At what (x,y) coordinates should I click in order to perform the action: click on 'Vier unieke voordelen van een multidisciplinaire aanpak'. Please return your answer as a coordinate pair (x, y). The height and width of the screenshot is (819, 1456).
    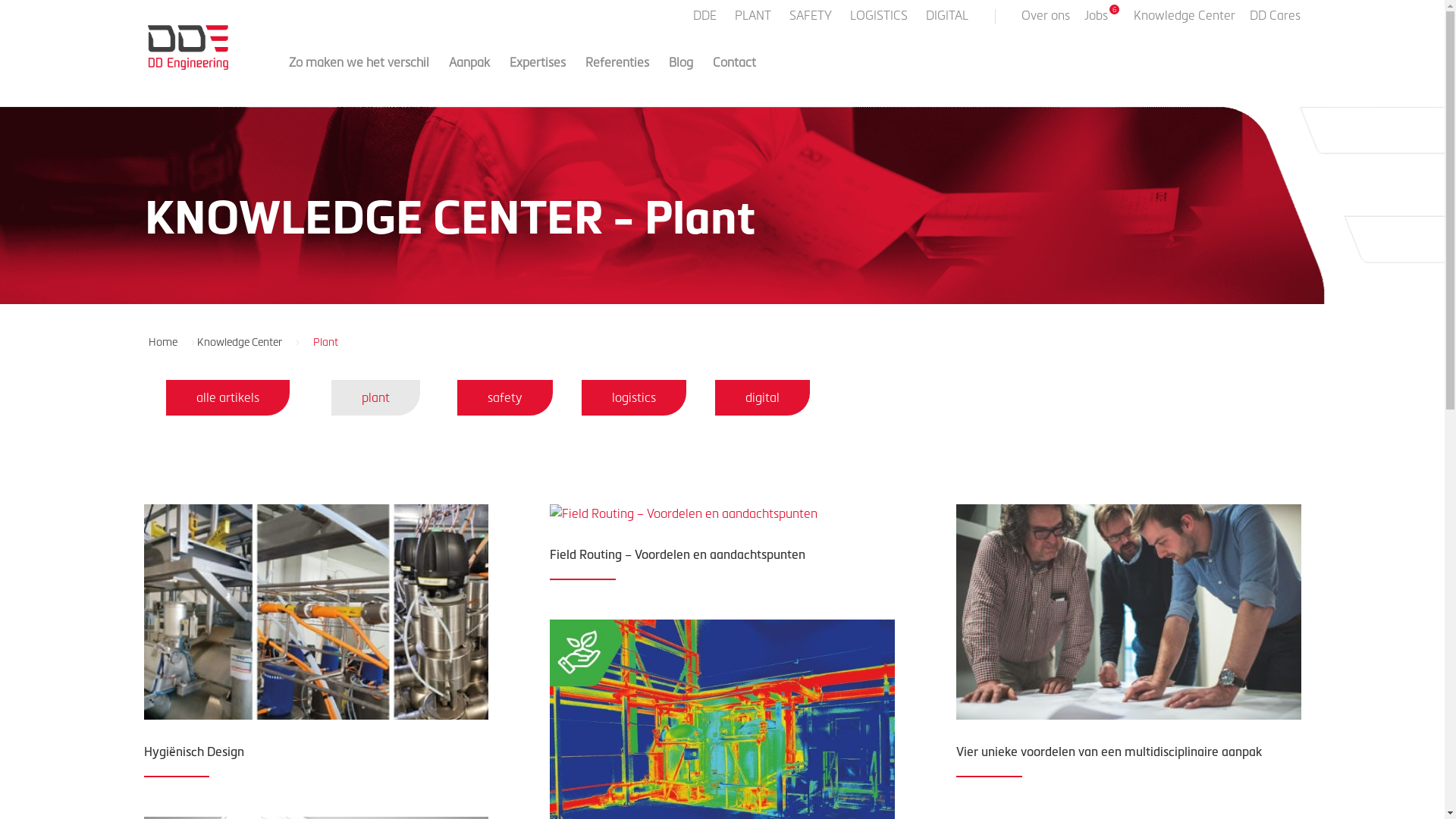
    Looking at the image, I should click on (1109, 751).